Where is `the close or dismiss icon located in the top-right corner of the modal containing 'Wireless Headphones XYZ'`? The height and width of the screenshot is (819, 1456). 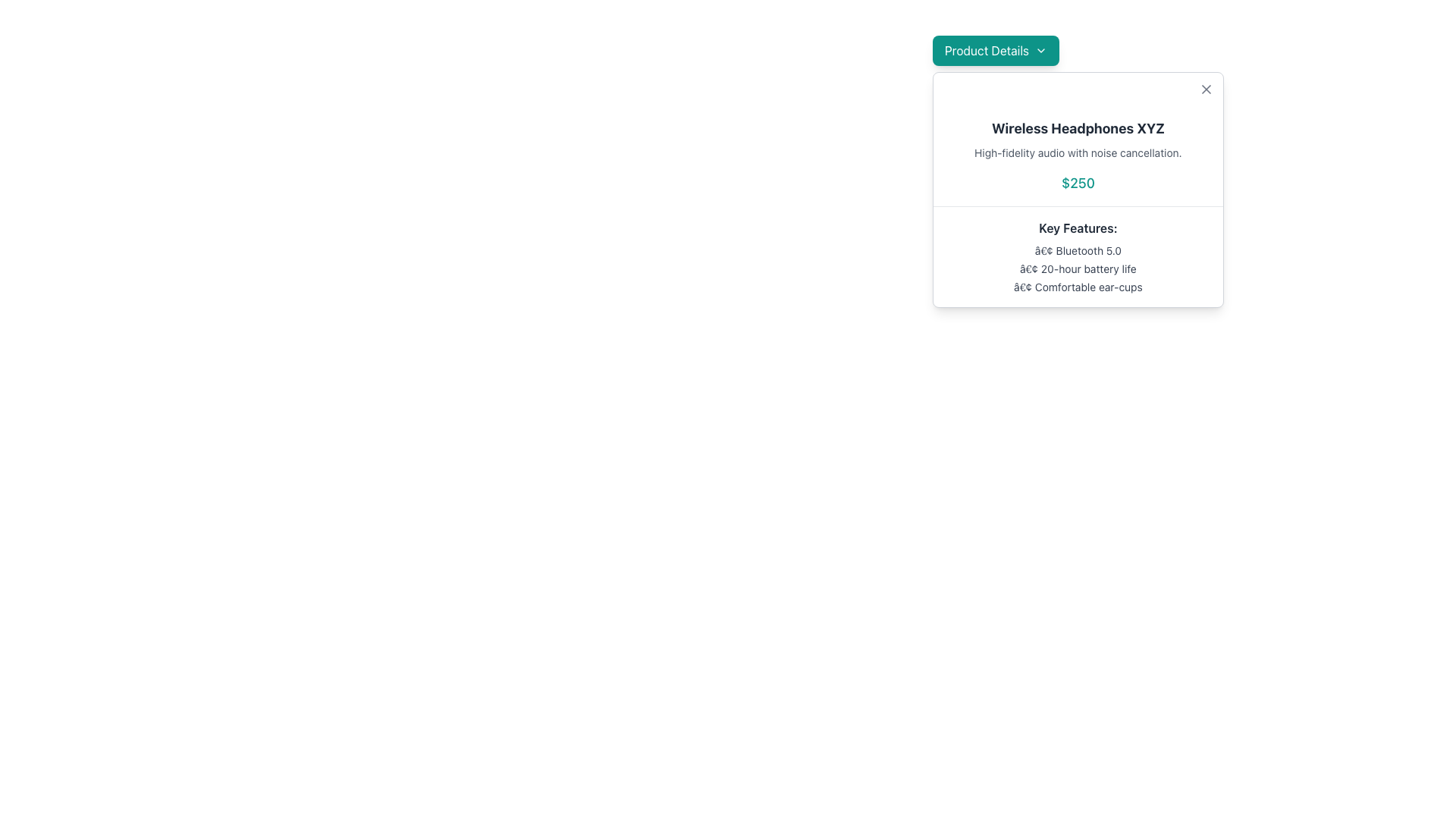 the close or dismiss icon located in the top-right corner of the modal containing 'Wireless Headphones XYZ' is located at coordinates (1205, 89).